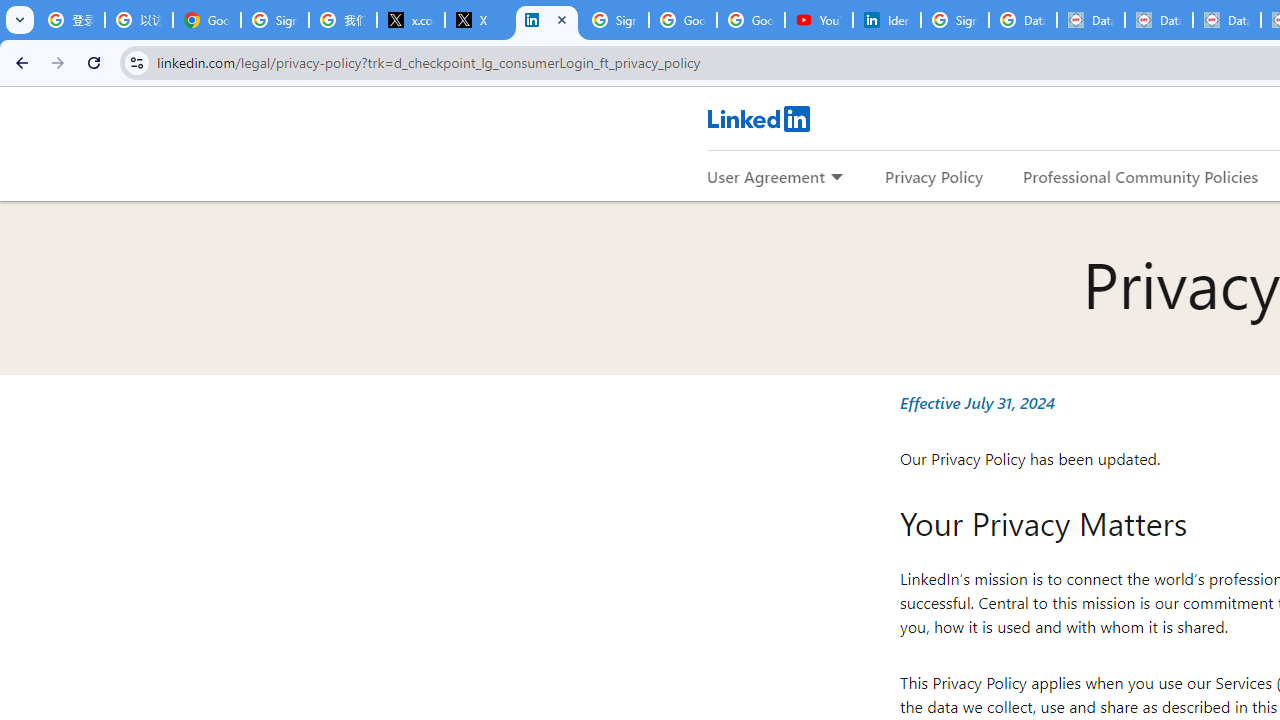  I want to click on 'Privacy Policy', so click(933, 175).